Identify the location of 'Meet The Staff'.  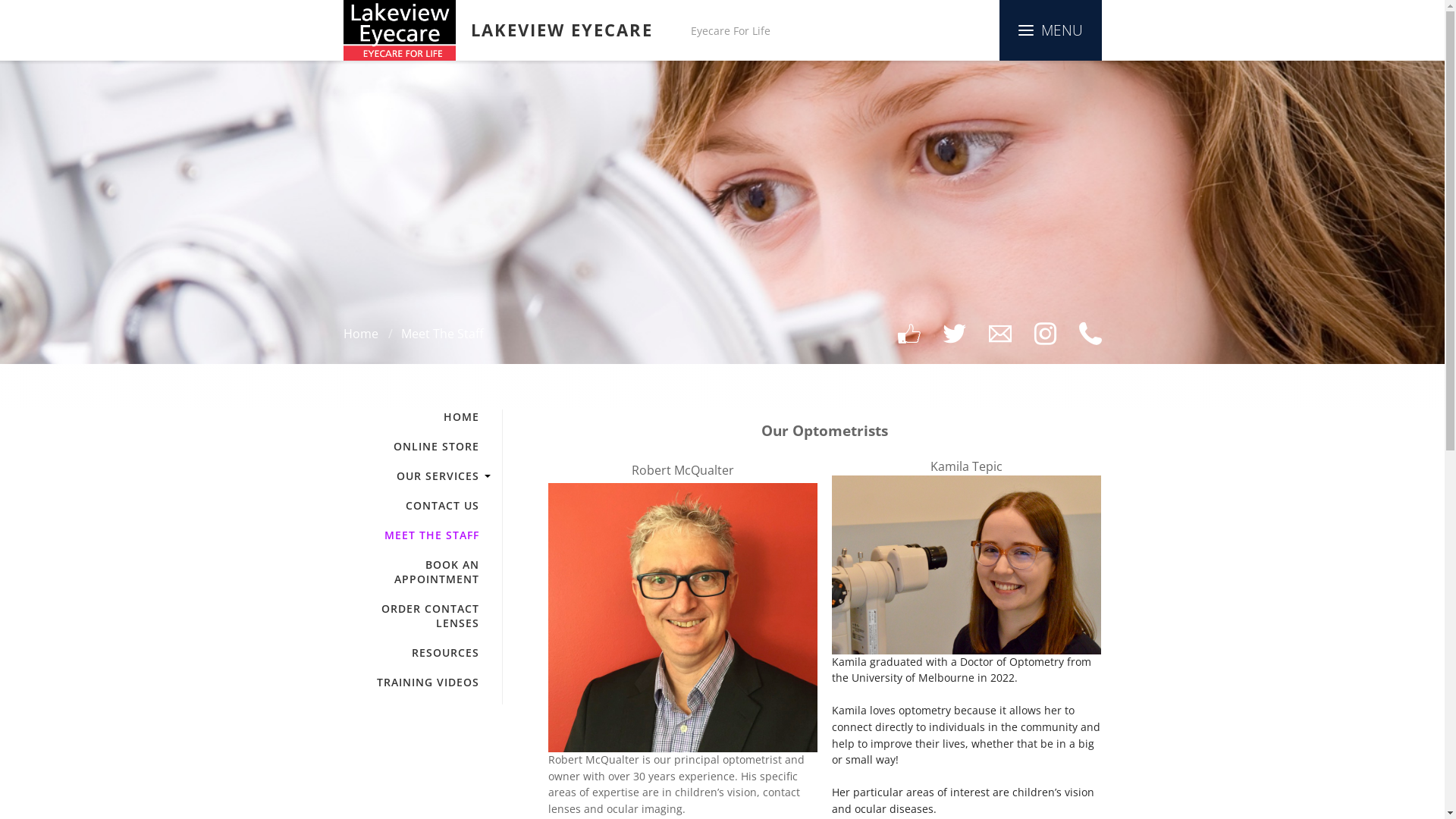
(441, 332).